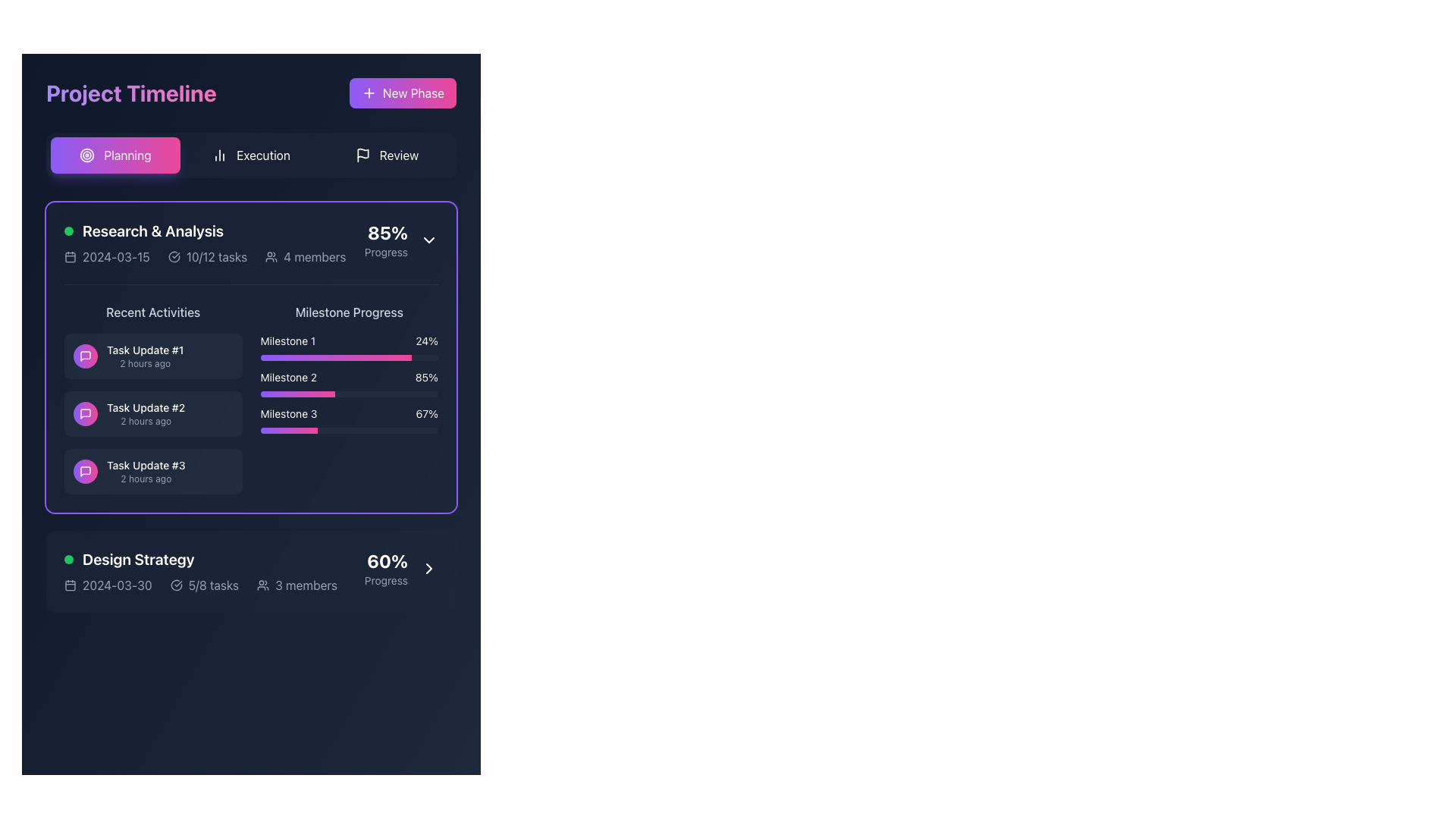 Image resolution: width=1456 pixels, height=819 pixels. I want to click on the 'Progress' label, which is a small grayish-blue text located below the '60%' percentage display in the 'Design Strategy' section, so click(386, 580).